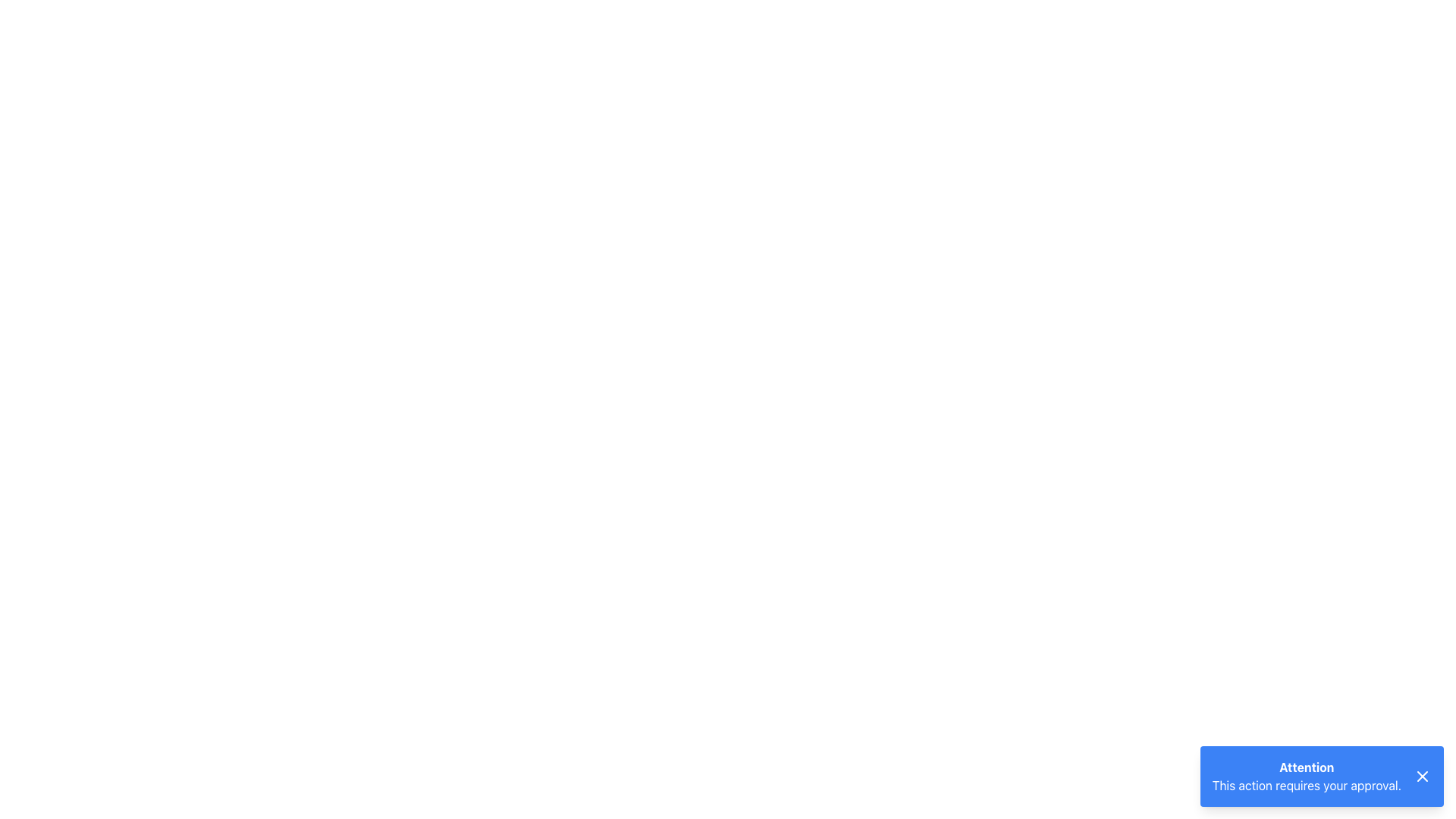  What do you see at coordinates (1321, 776) in the screenshot?
I see `the primary notification banner located in the bottom right corner of the interface, which conveys critical information and has an 'X' icon for dismissal` at bounding box center [1321, 776].